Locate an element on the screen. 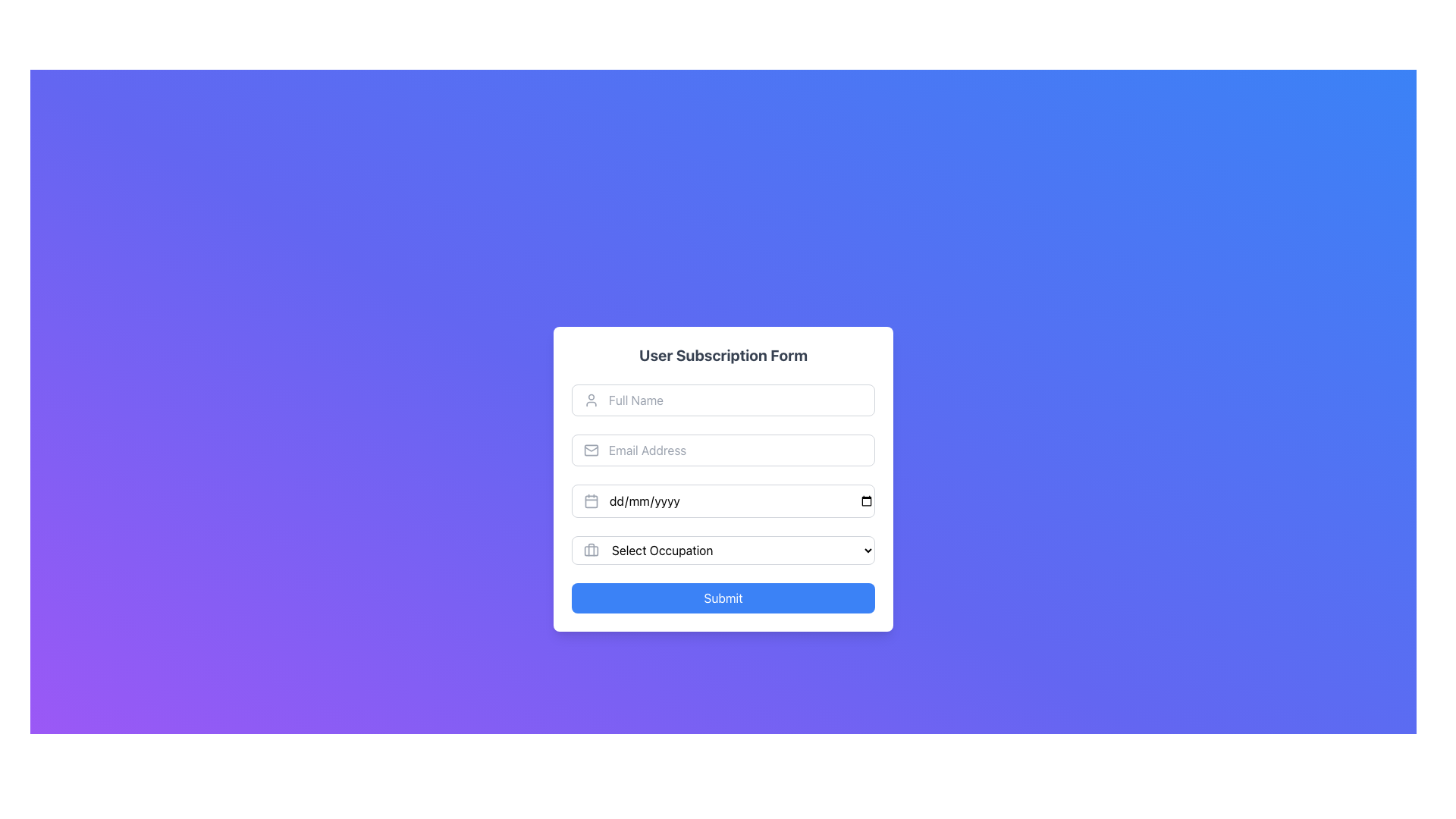 The width and height of the screenshot is (1456, 819). the input fields of the centered User Subscription Form to focus on them is located at coordinates (723, 479).